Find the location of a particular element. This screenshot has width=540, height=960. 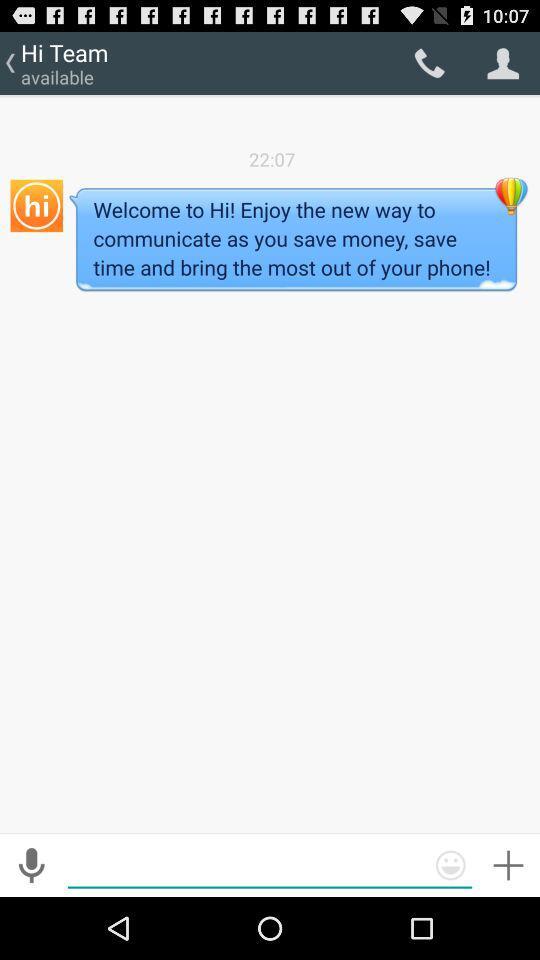

the microphone icon is located at coordinates (30, 926).